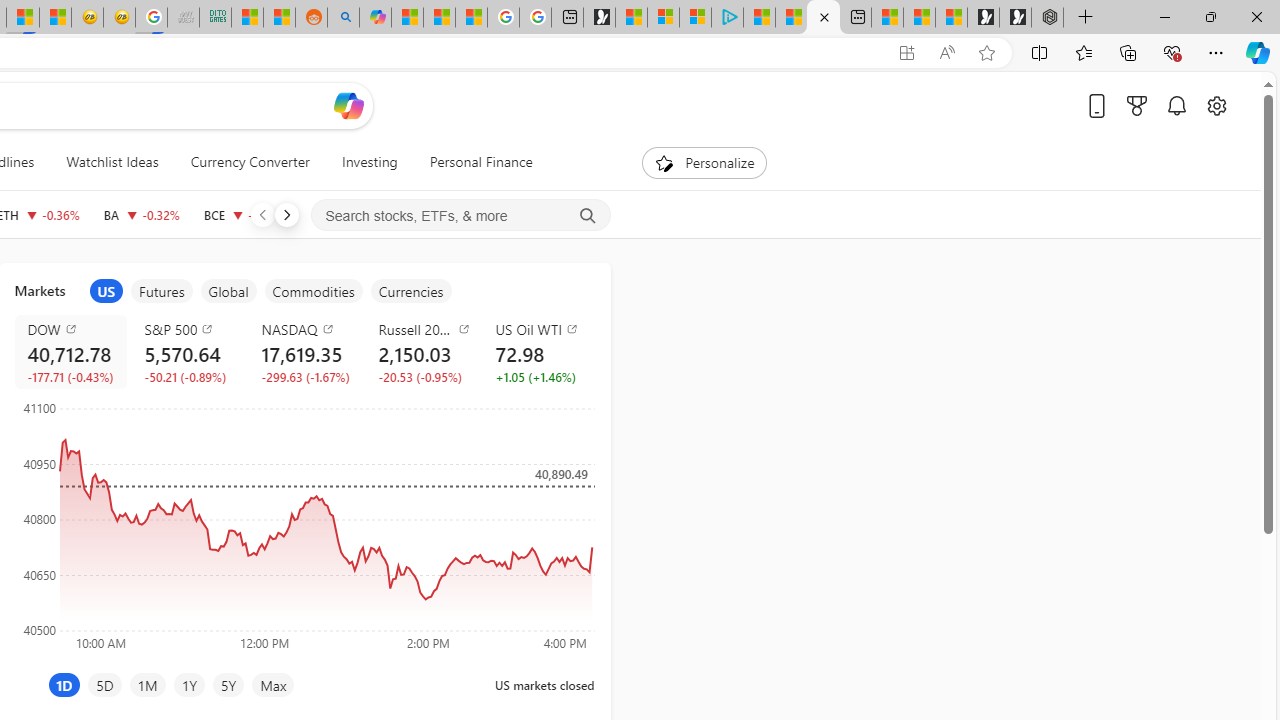 The height and width of the screenshot is (720, 1280). Describe the element at coordinates (1257, 51) in the screenshot. I see `'Copilot (Ctrl+Shift+.)'` at that location.